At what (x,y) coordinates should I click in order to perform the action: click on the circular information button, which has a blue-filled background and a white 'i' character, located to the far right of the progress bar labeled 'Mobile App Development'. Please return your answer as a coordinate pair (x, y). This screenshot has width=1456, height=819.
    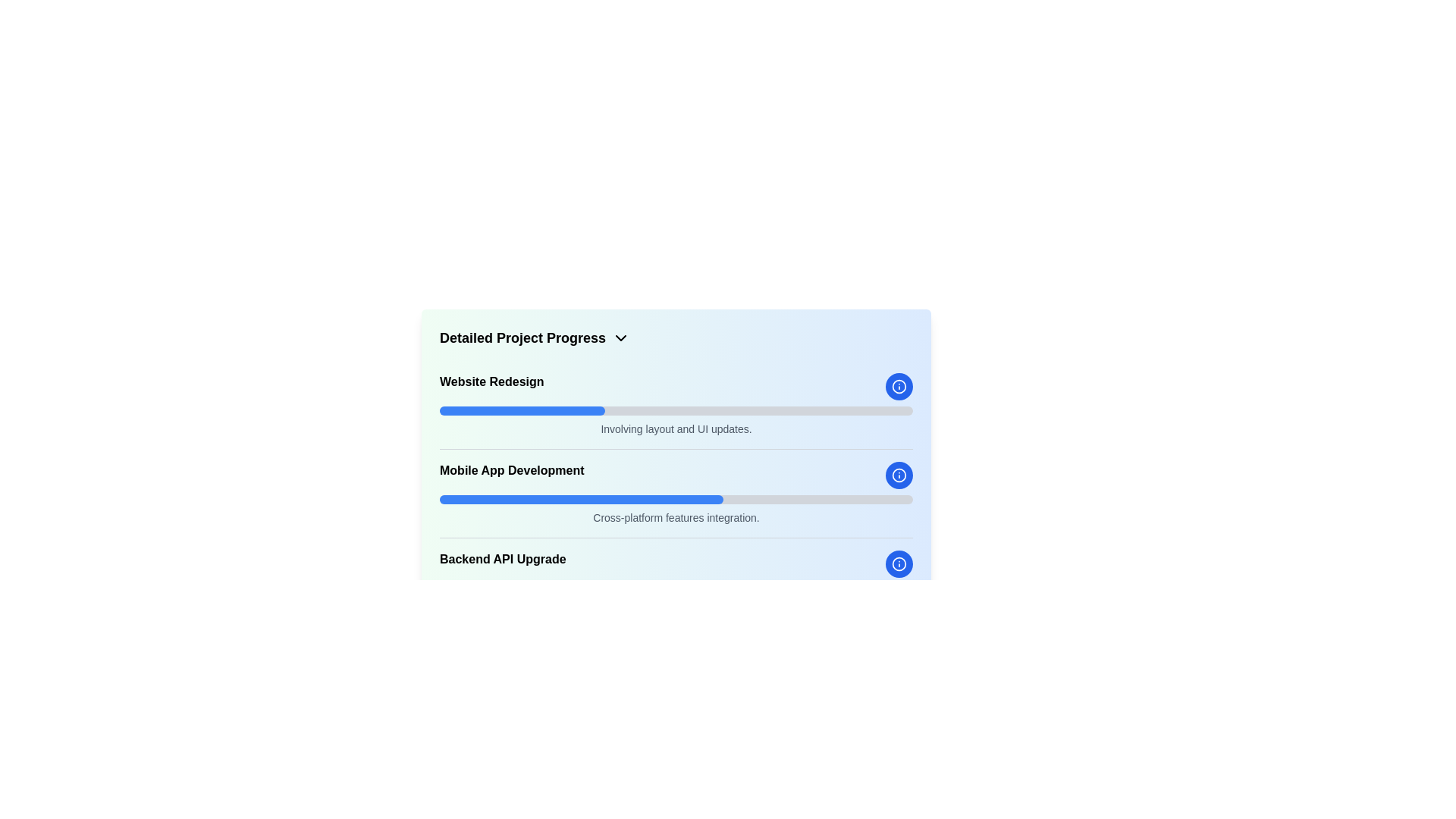
    Looking at the image, I should click on (899, 475).